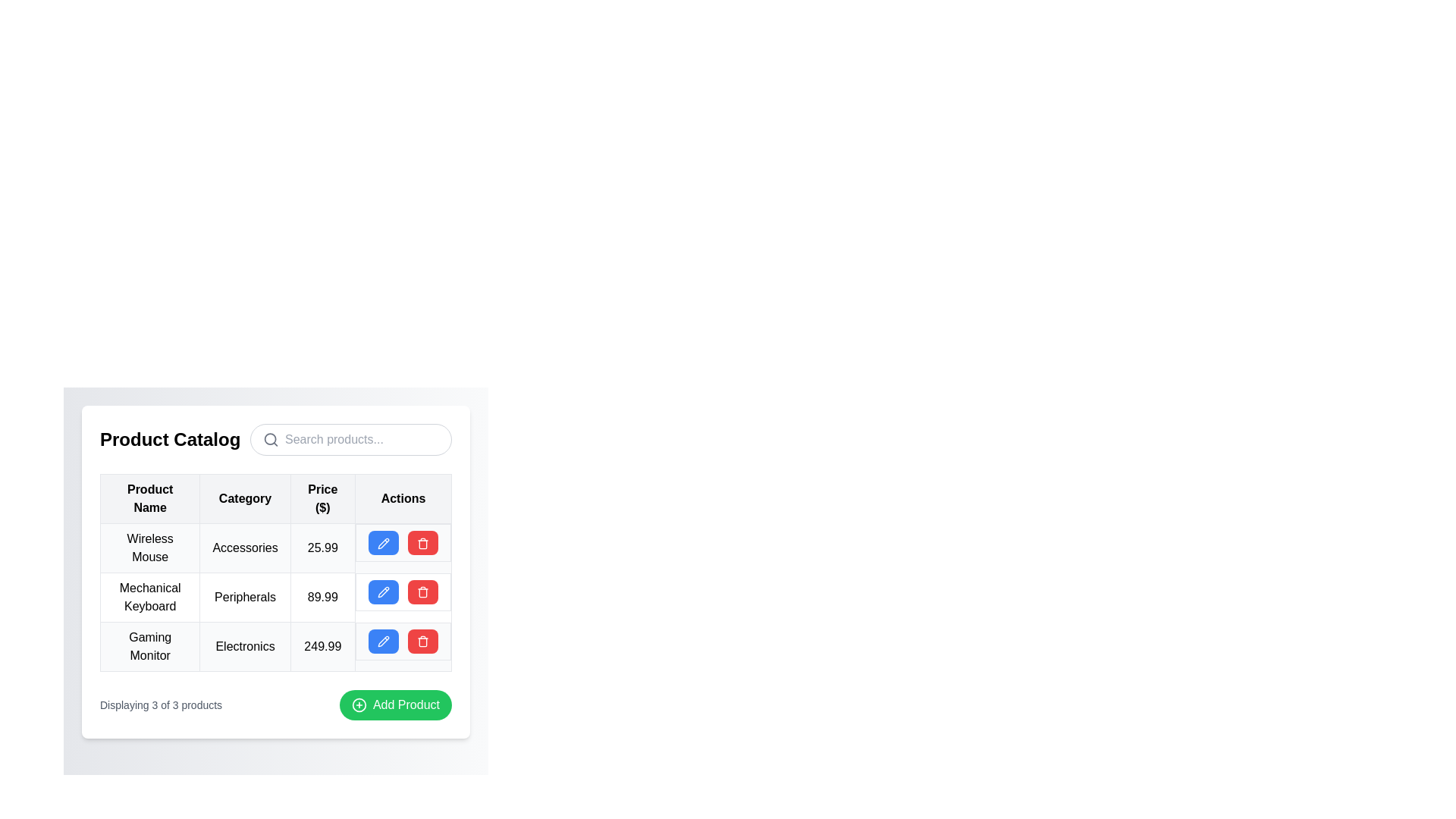 This screenshot has width=1456, height=819. What do you see at coordinates (276, 548) in the screenshot?
I see `the first row of the product catalog table that displays the product's name, category, and price` at bounding box center [276, 548].